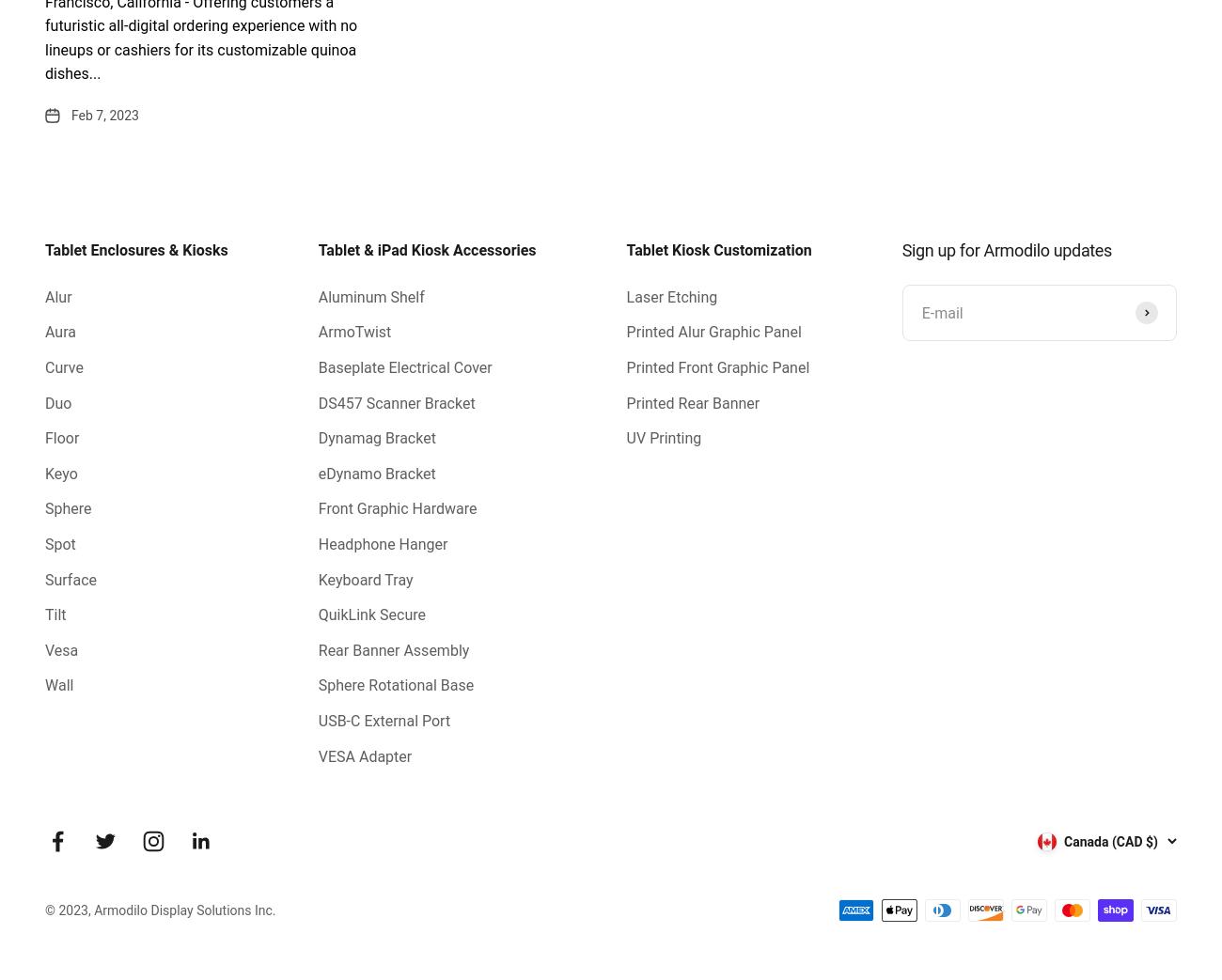 The image size is (1222, 980). I want to click on 'Wall', so click(59, 685).